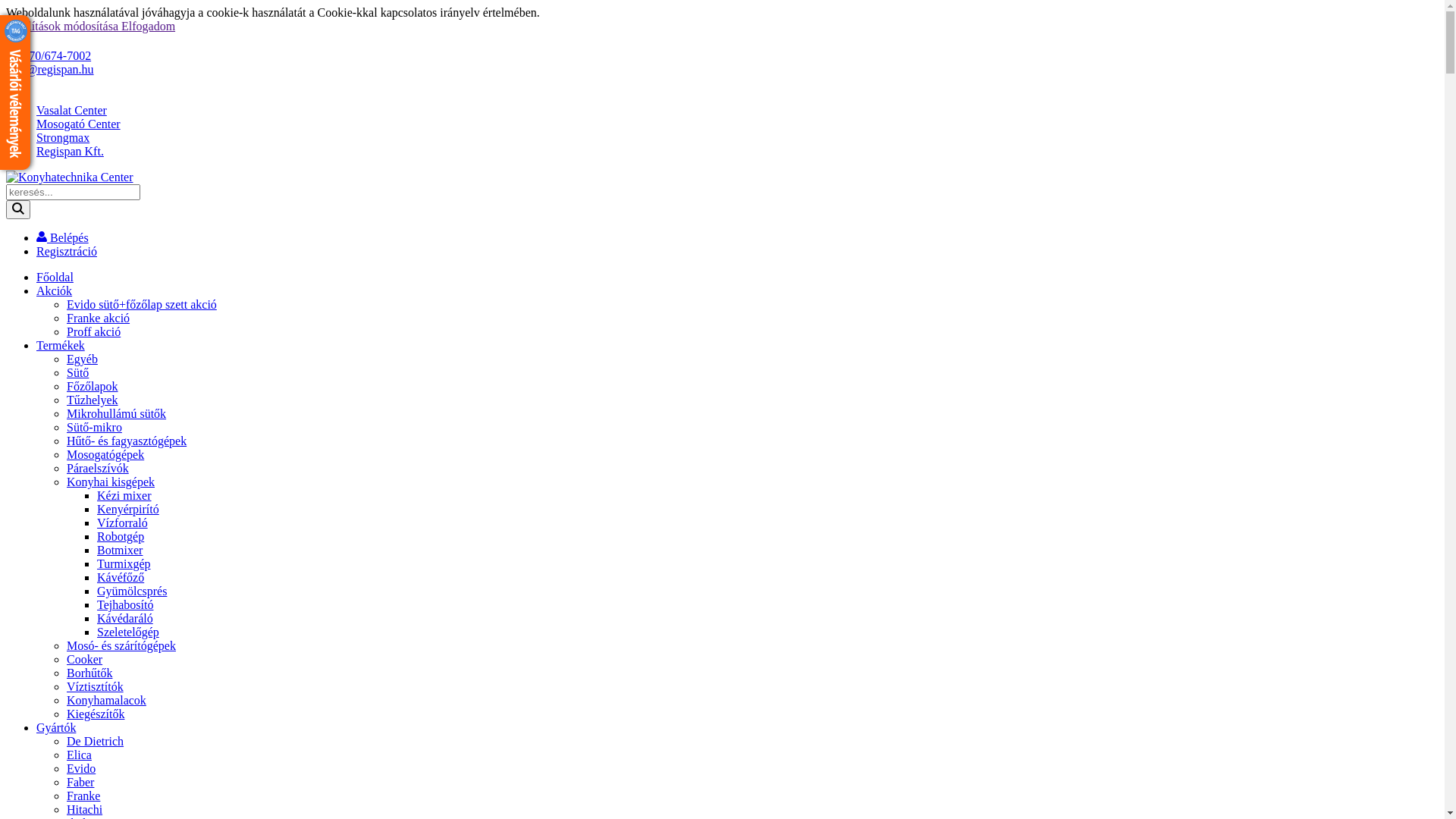 The width and height of the screenshot is (1456, 819). I want to click on 'Cooker', so click(83, 658).